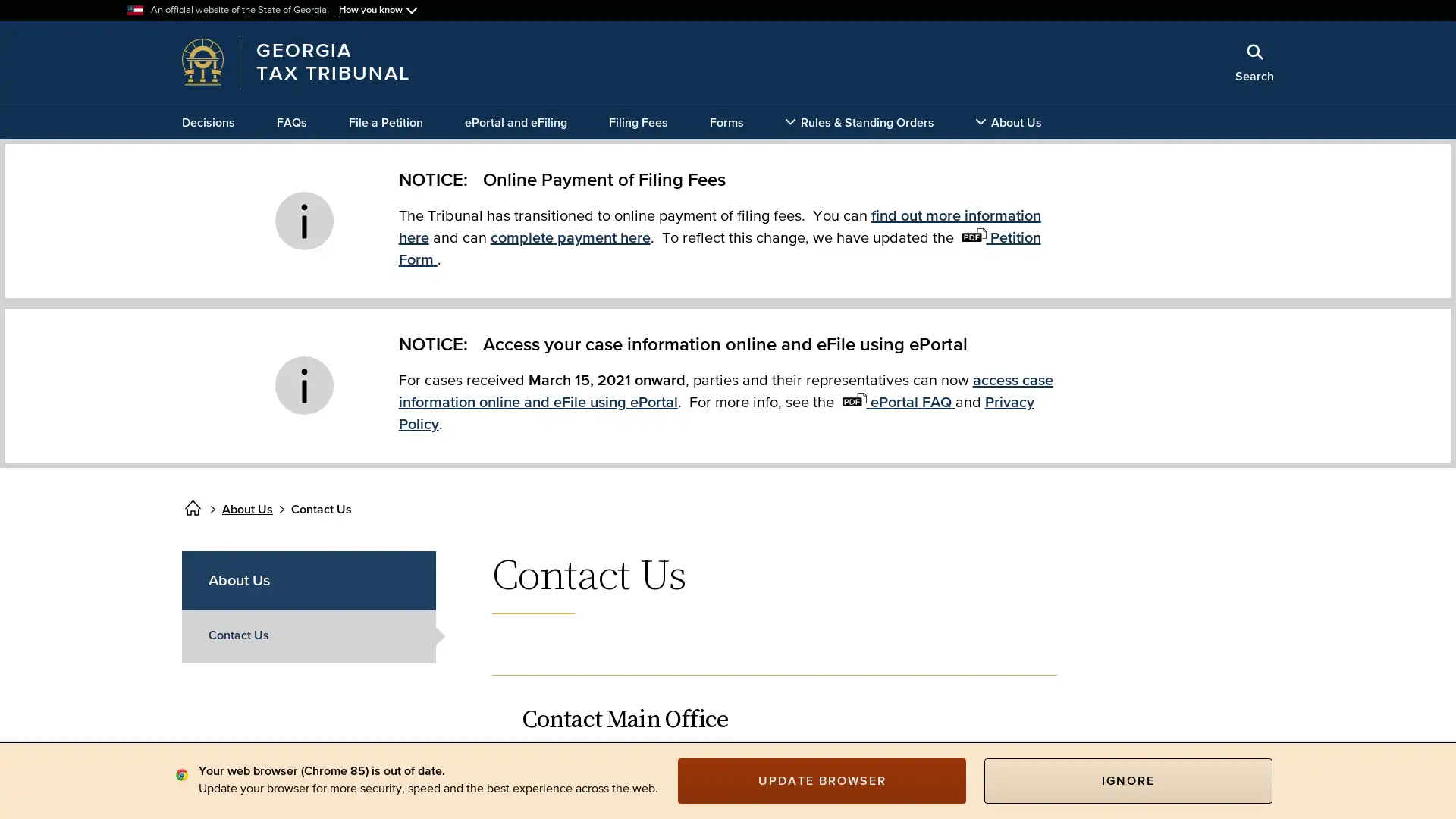 This screenshot has width=1456, height=819. What do you see at coordinates (1193, 213) in the screenshot?
I see `Search` at bounding box center [1193, 213].